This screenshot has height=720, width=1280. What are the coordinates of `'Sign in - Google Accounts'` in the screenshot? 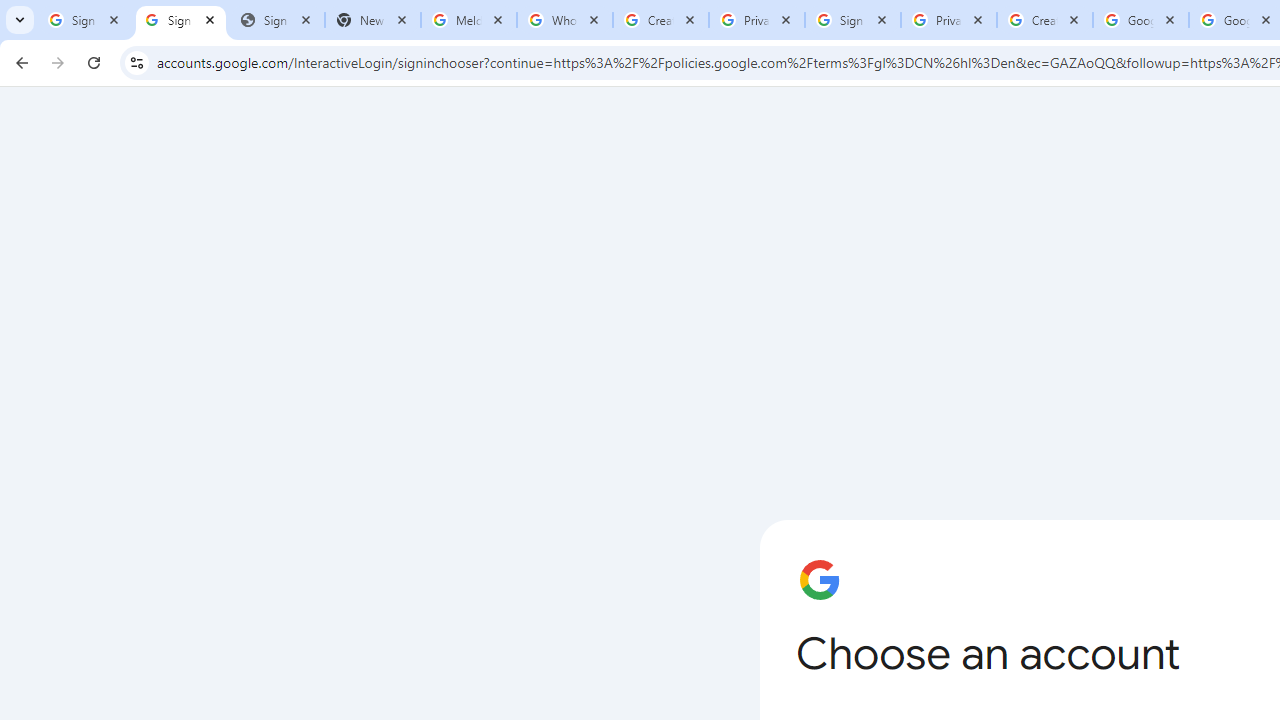 It's located at (181, 20).